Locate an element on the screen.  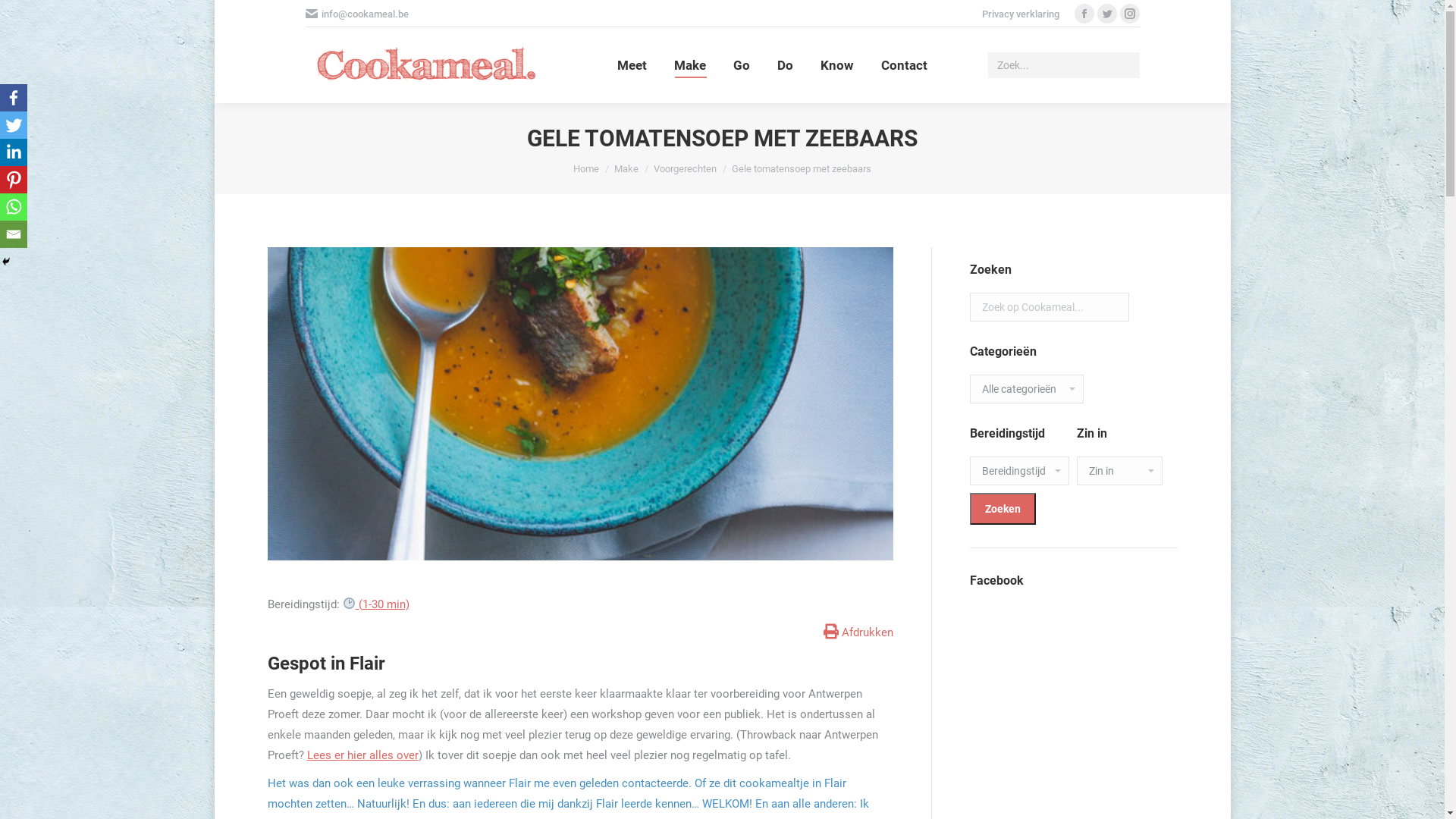
'Go!' is located at coordinates (0, 15).